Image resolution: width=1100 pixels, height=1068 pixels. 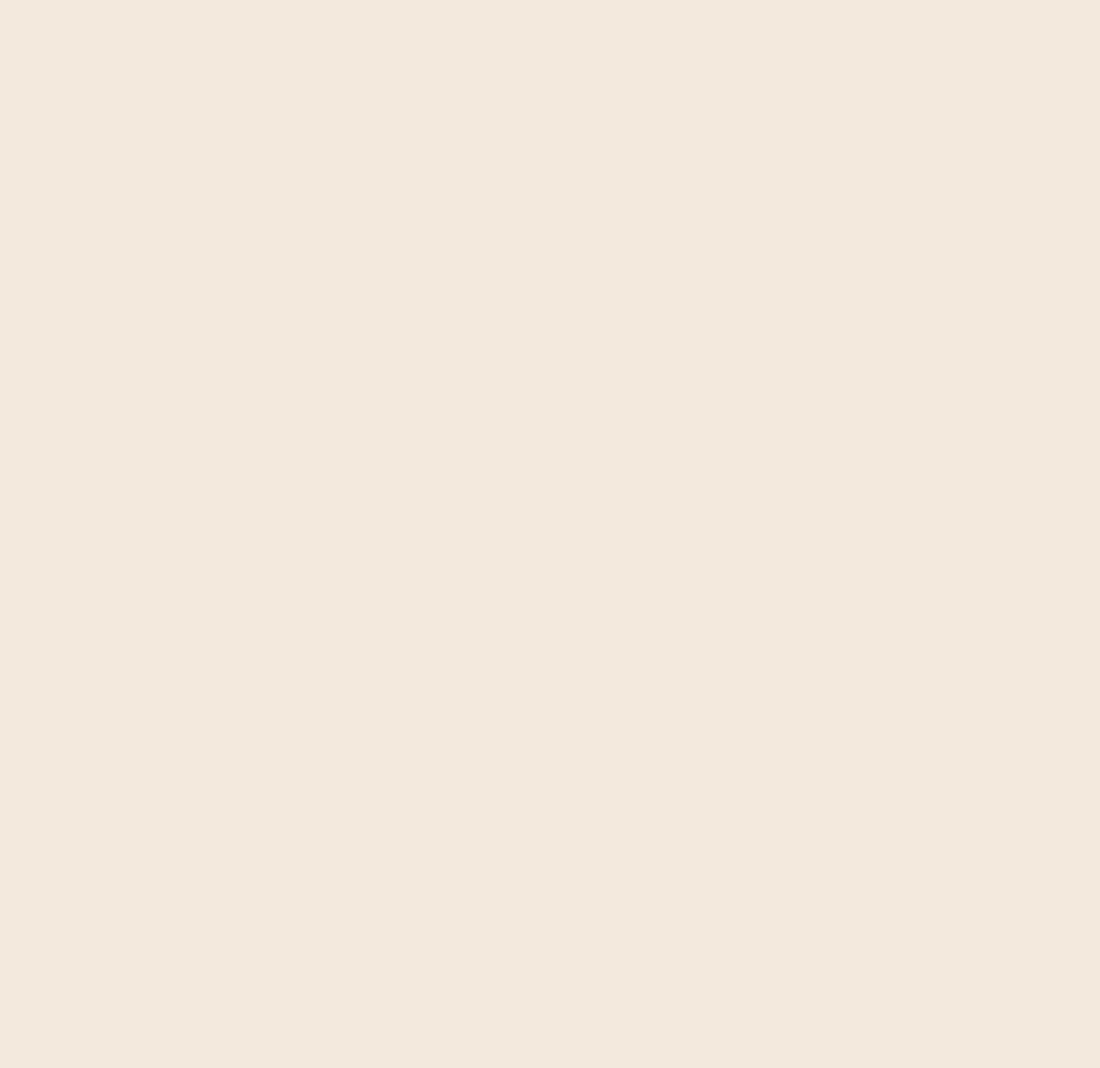 What do you see at coordinates (198, 147) in the screenshot?
I see `'It has been a momentous six months since our first Biannual Update. The Tezos ecosystem and community continue to grow and gain momentum.'` at bounding box center [198, 147].